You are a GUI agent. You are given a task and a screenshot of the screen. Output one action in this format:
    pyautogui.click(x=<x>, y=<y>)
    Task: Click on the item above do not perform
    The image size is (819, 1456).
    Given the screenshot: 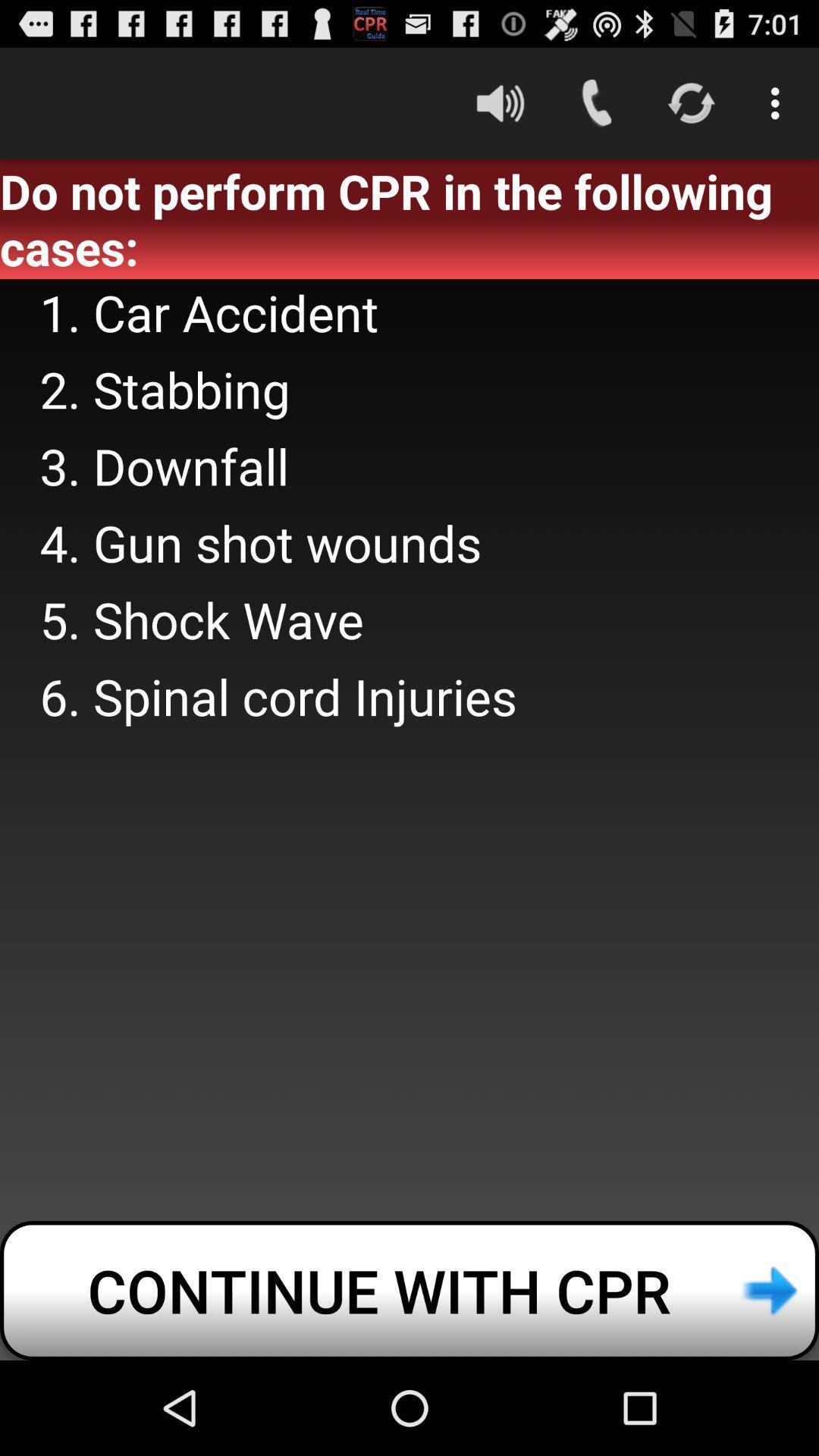 What is the action you would take?
    pyautogui.click(x=500, y=102)
    